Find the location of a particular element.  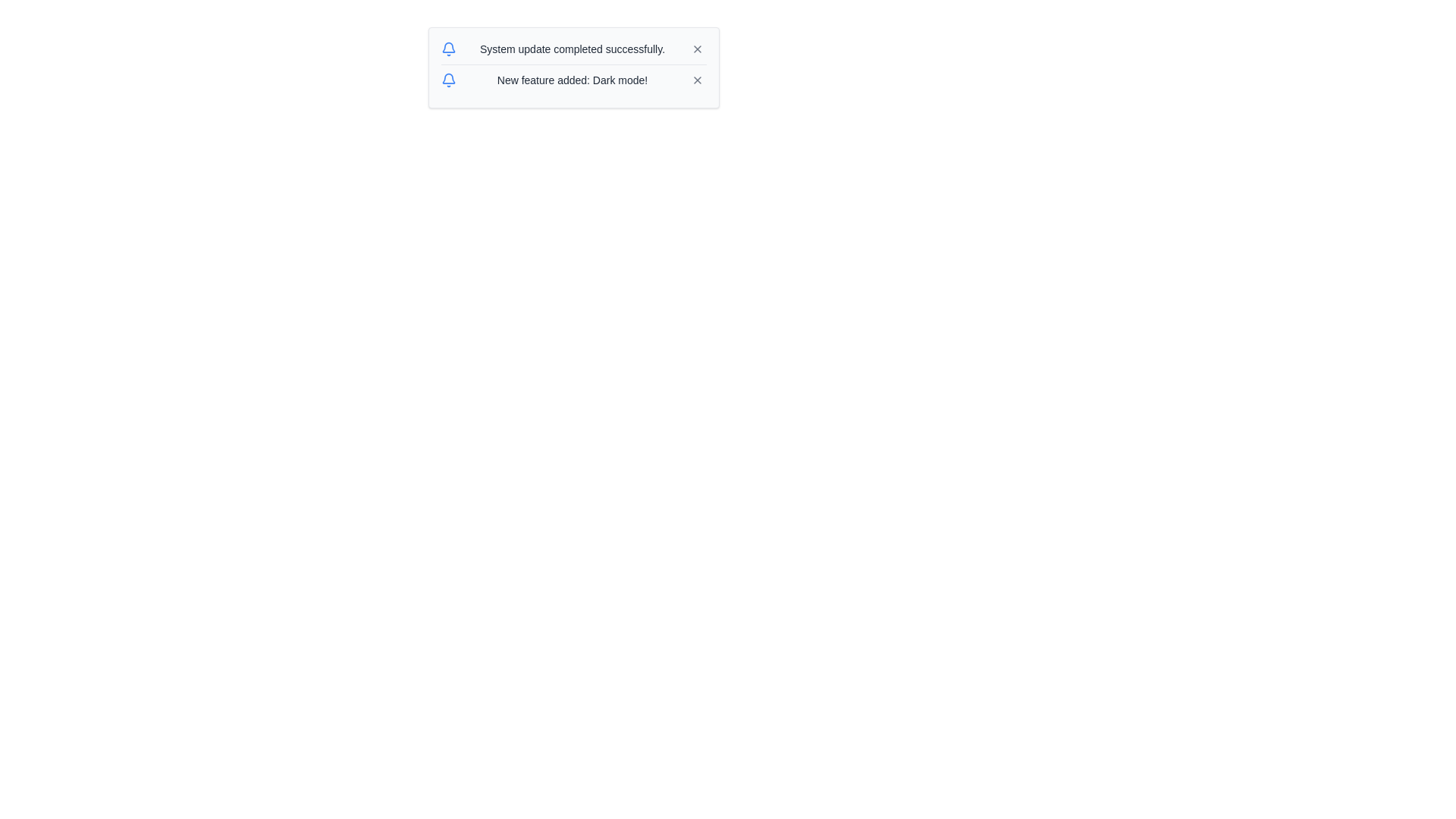

the small 'X' icon styled as a close button located at the top-right side of the notification message that says 'System update completed successfully.' is located at coordinates (697, 49).